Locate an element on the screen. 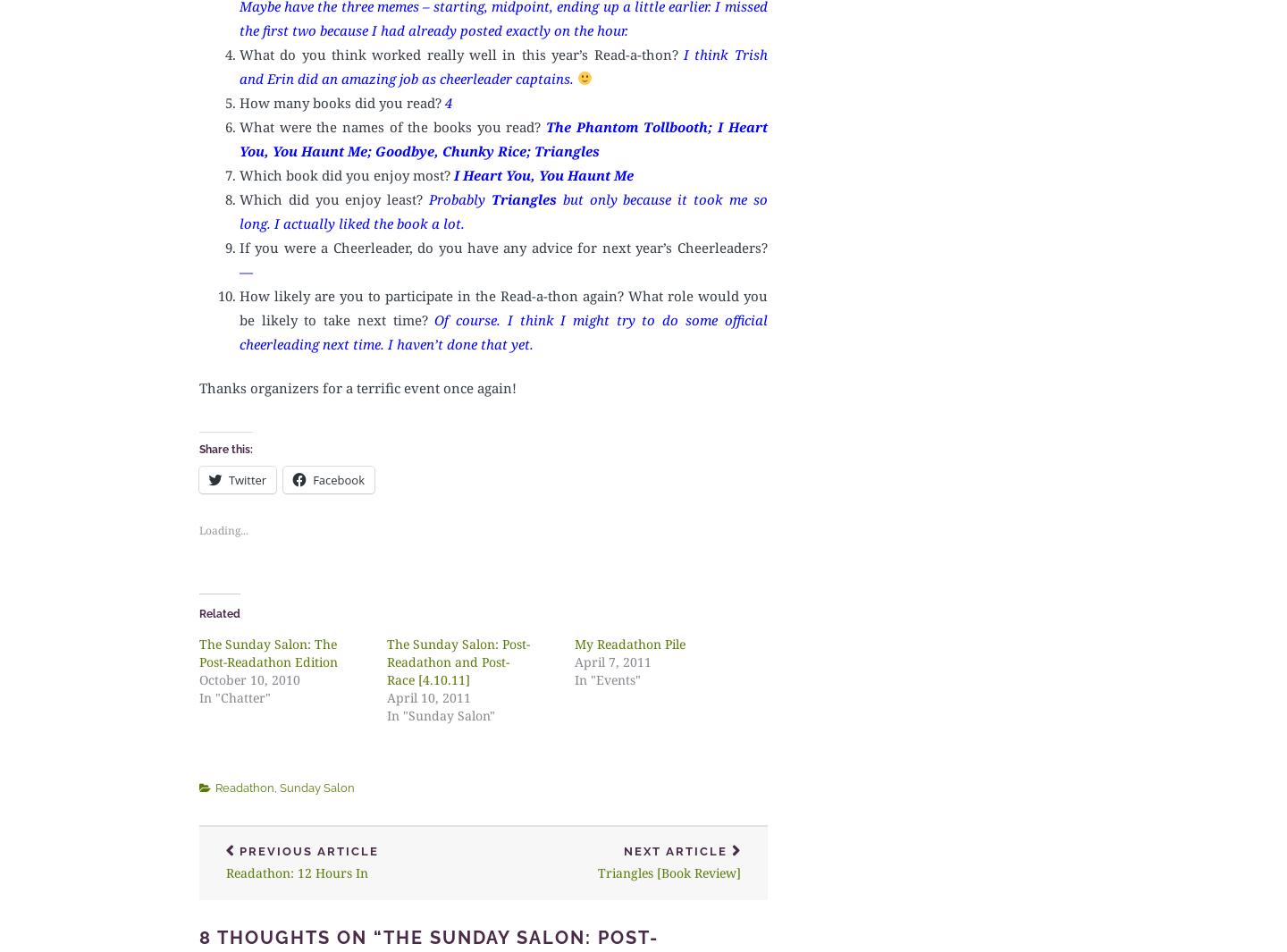  '4' is located at coordinates (447, 100).